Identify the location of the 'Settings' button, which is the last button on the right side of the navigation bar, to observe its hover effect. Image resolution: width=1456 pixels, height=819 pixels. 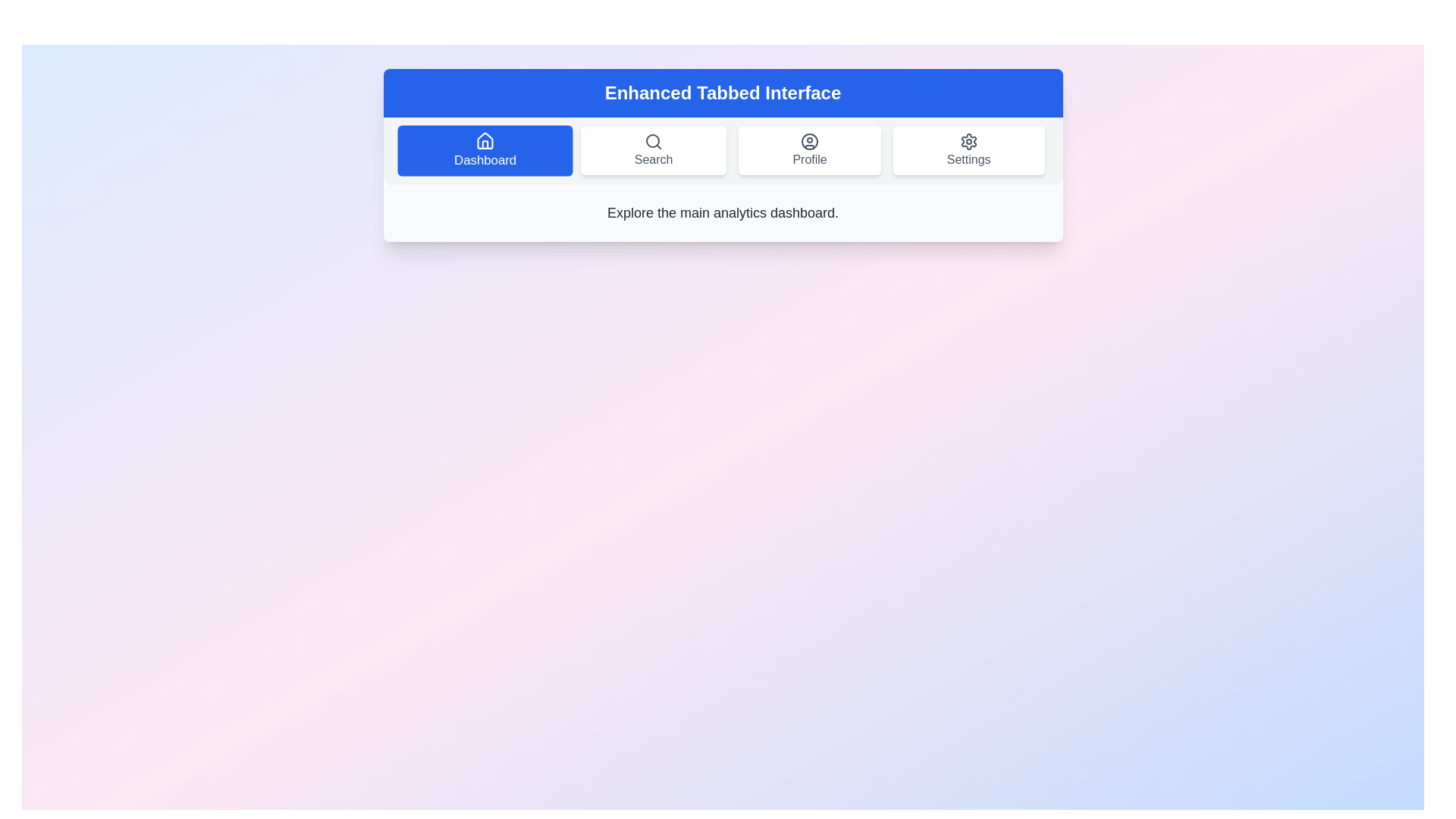
(968, 151).